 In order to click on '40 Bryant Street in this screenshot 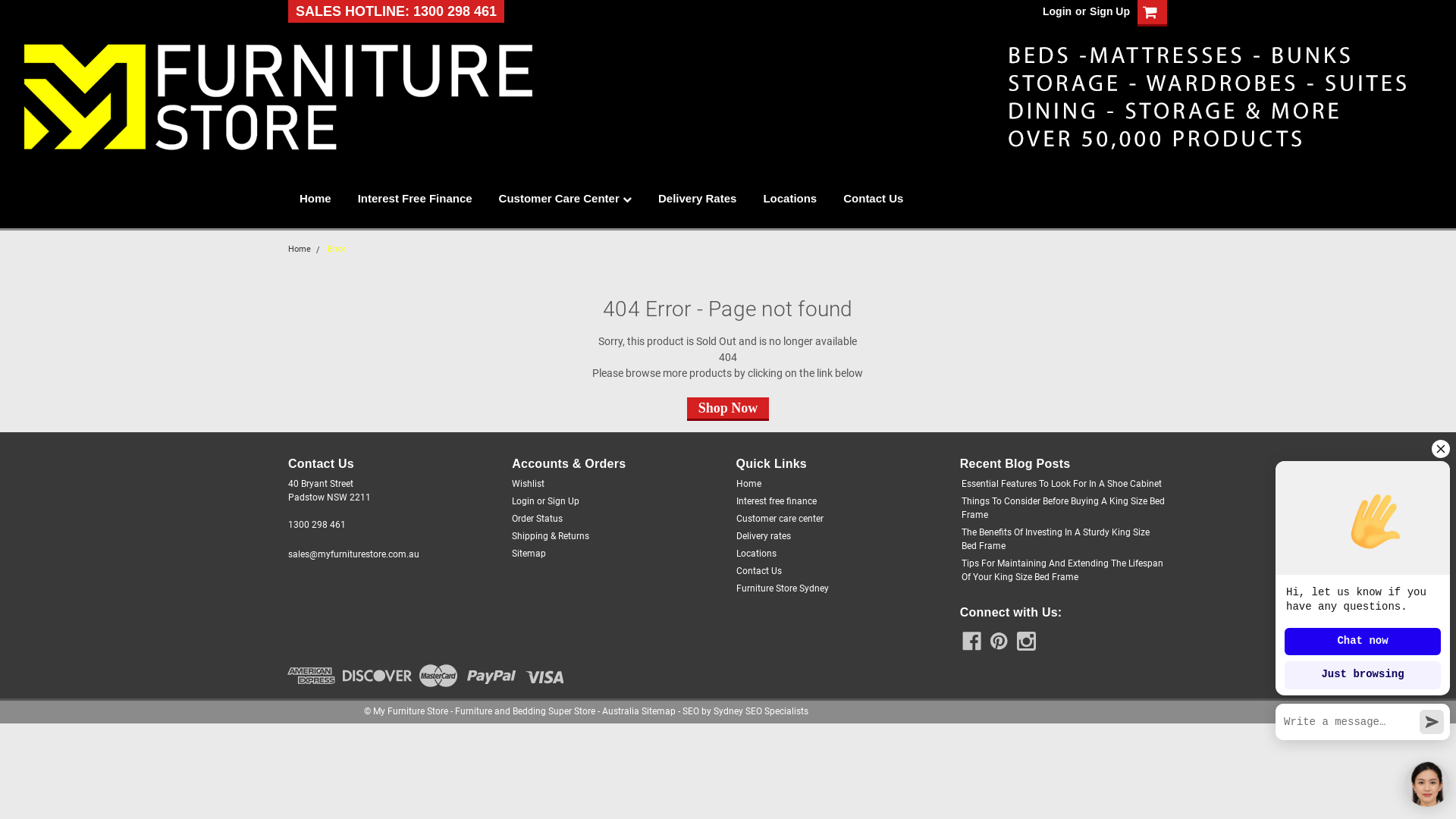, I will do `click(287, 491)`.